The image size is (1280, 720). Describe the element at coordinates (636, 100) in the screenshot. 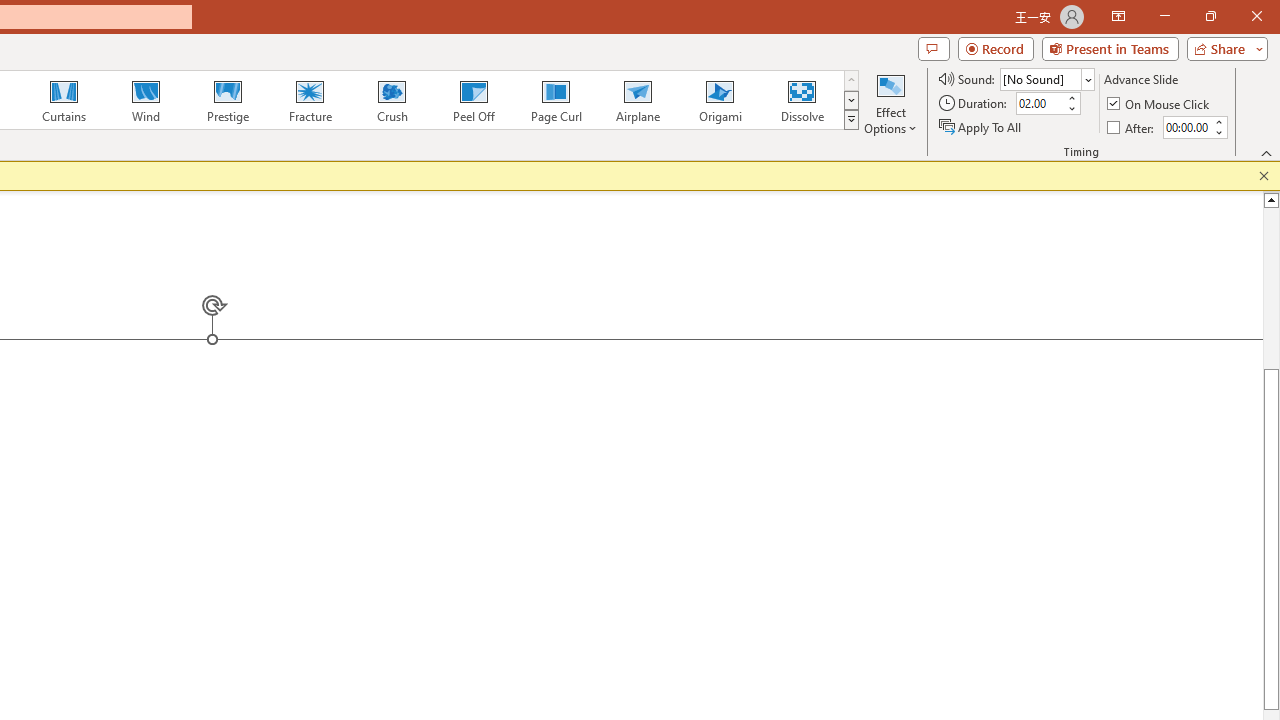

I see `'Airplane'` at that location.